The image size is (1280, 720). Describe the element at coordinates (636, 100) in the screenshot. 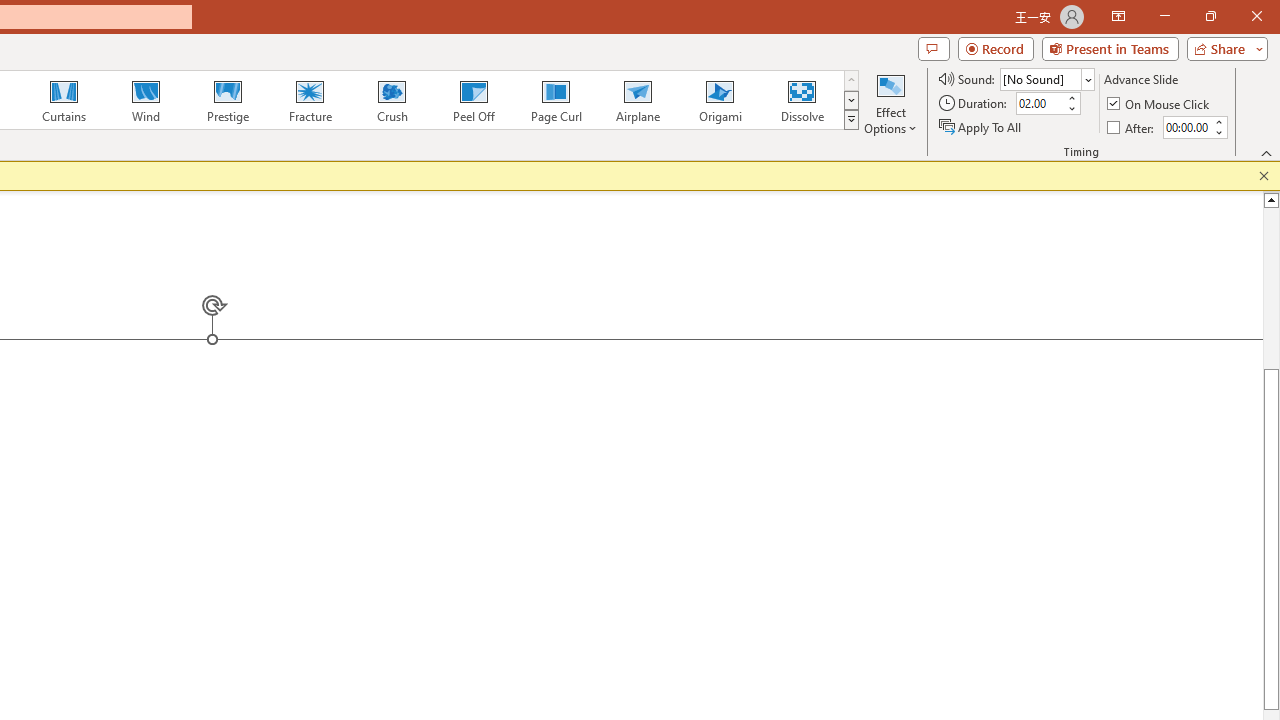

I see `'Airplane'` at that location.